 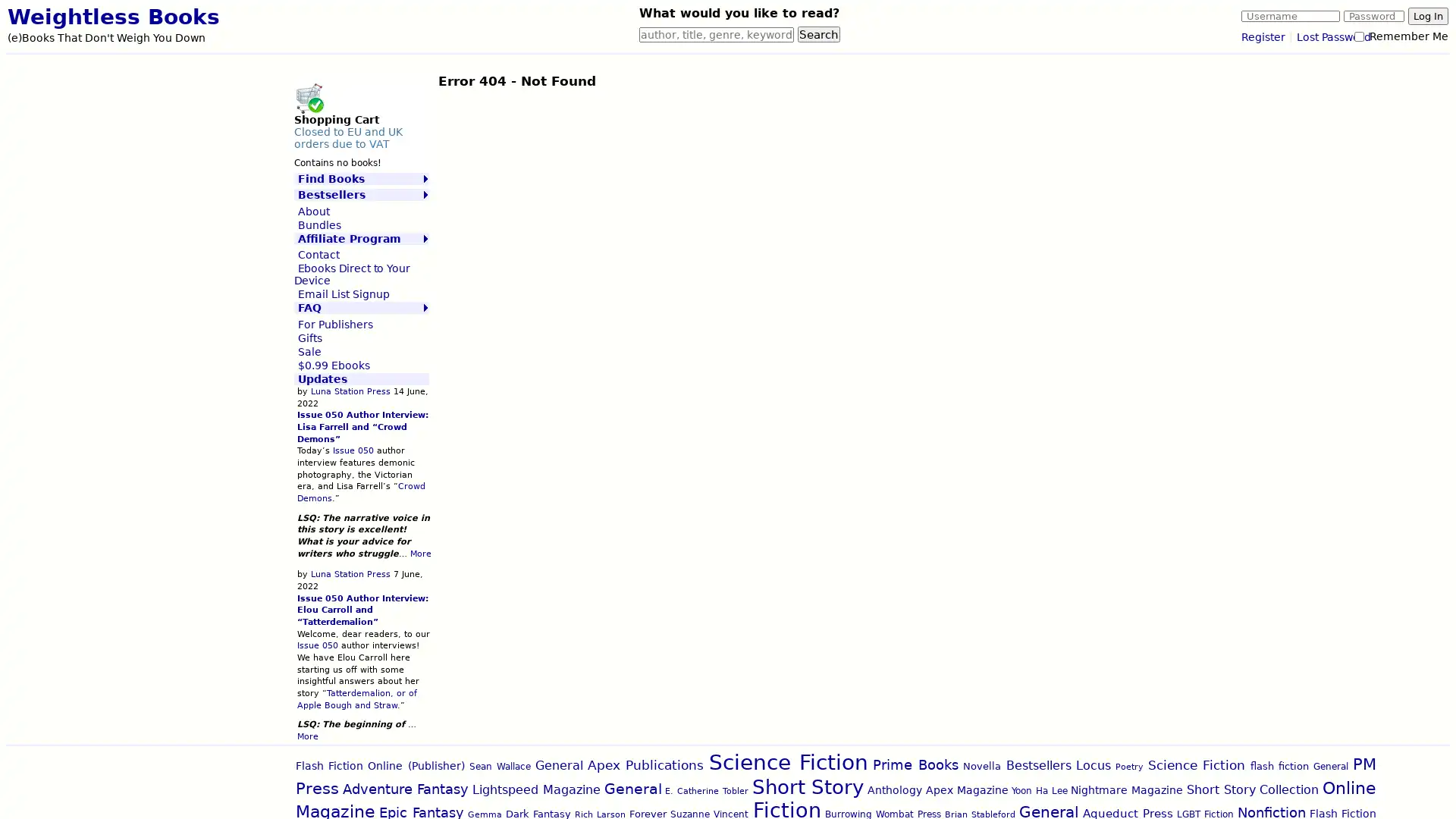 What do you see at coordinates (308, 97) in the screenshot?
I see `Shopping Cart` at bounding box center [308, 97].